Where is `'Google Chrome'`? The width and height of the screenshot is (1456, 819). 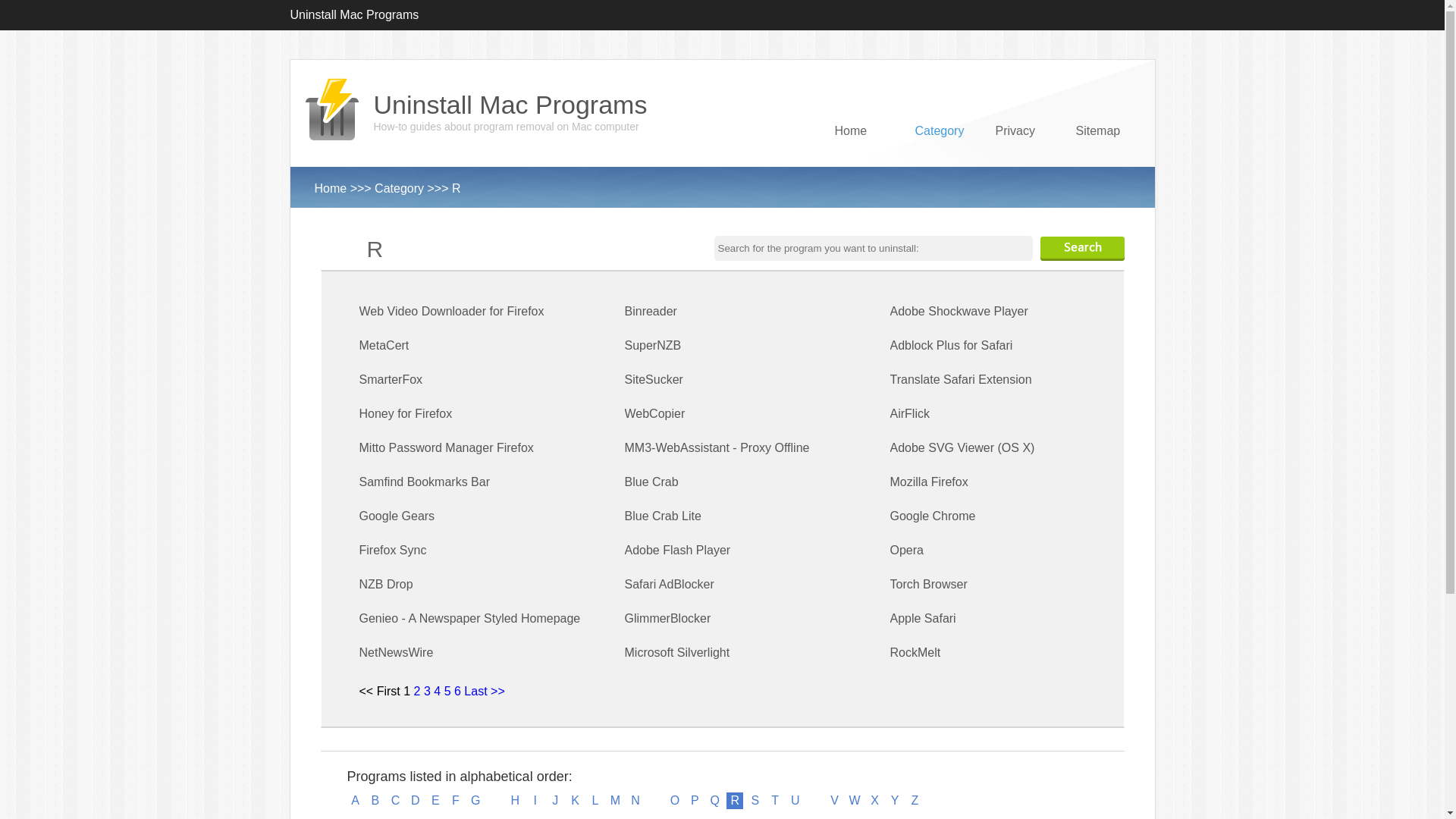
'Google Chrome' is located at coordinates (932, 515).